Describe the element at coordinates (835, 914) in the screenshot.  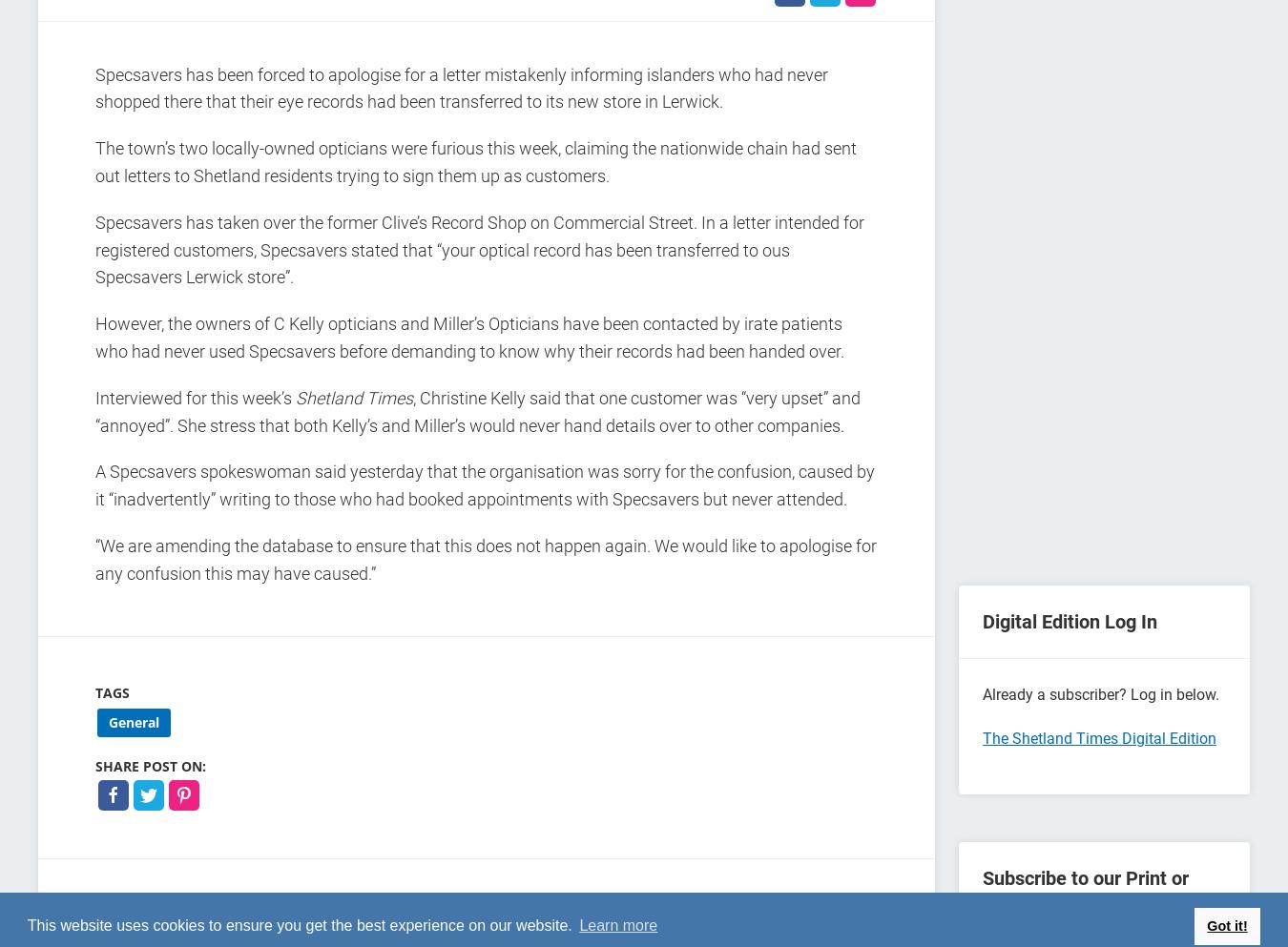
I see `'NEXT STORY:'` at that location.